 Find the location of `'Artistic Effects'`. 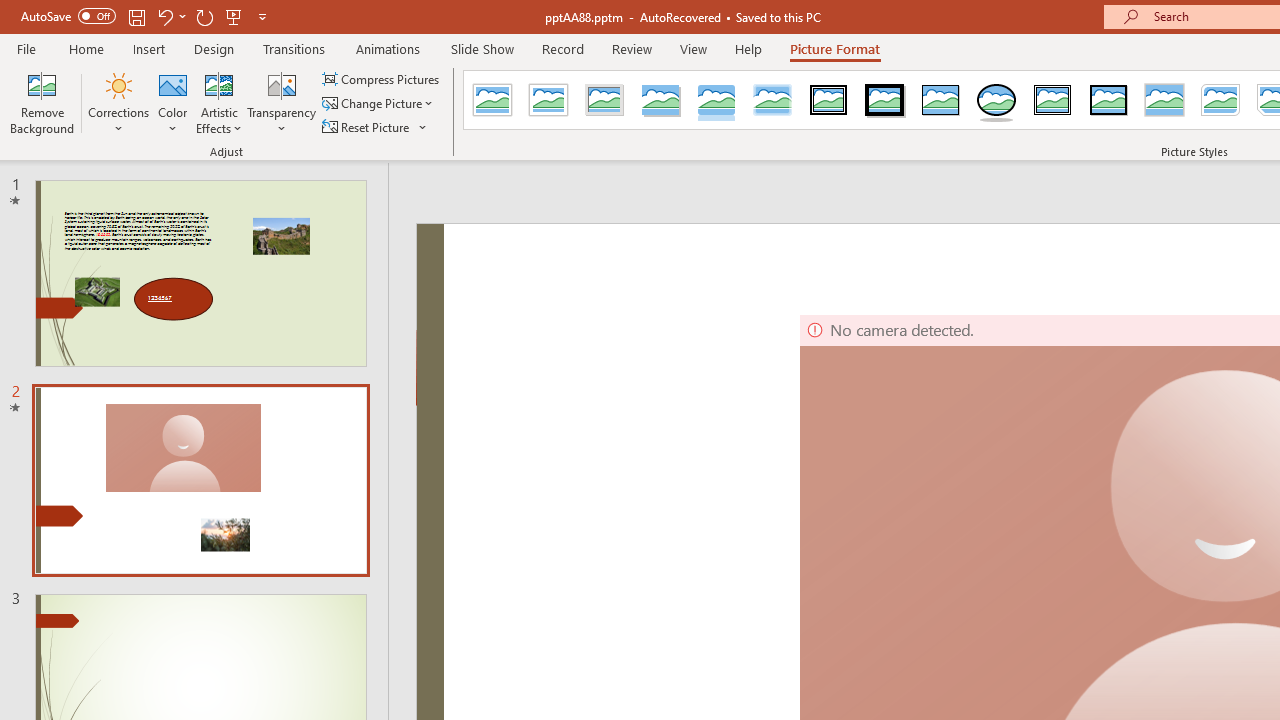

'Artistic Effects' is located at coordinates (219, 103).